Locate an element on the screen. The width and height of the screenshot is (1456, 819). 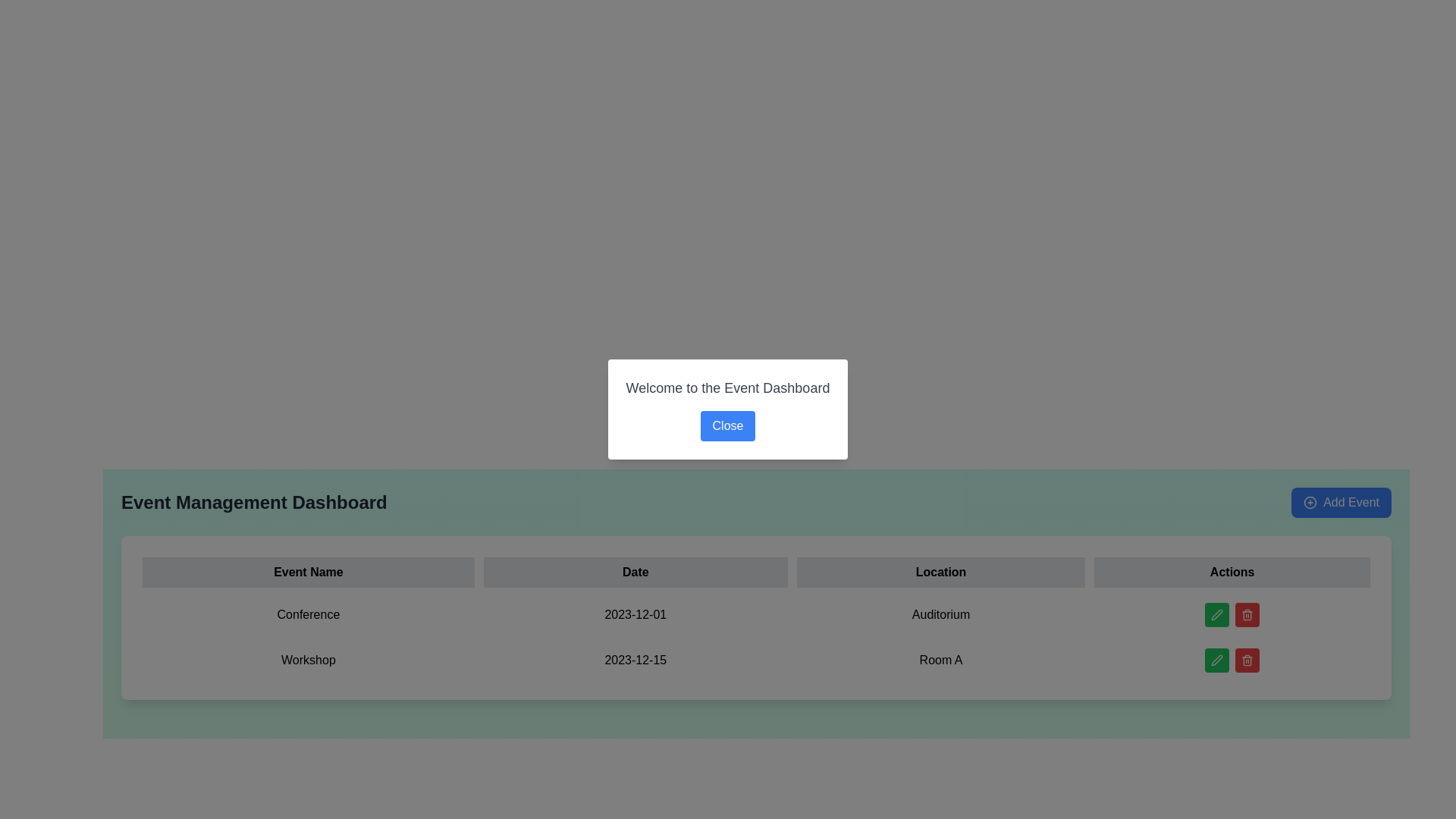
the small, rounded red button with a white trash can icon located on the rightmost side of the Actions column to observe the hover effect is located at coordinates (1247, 614).